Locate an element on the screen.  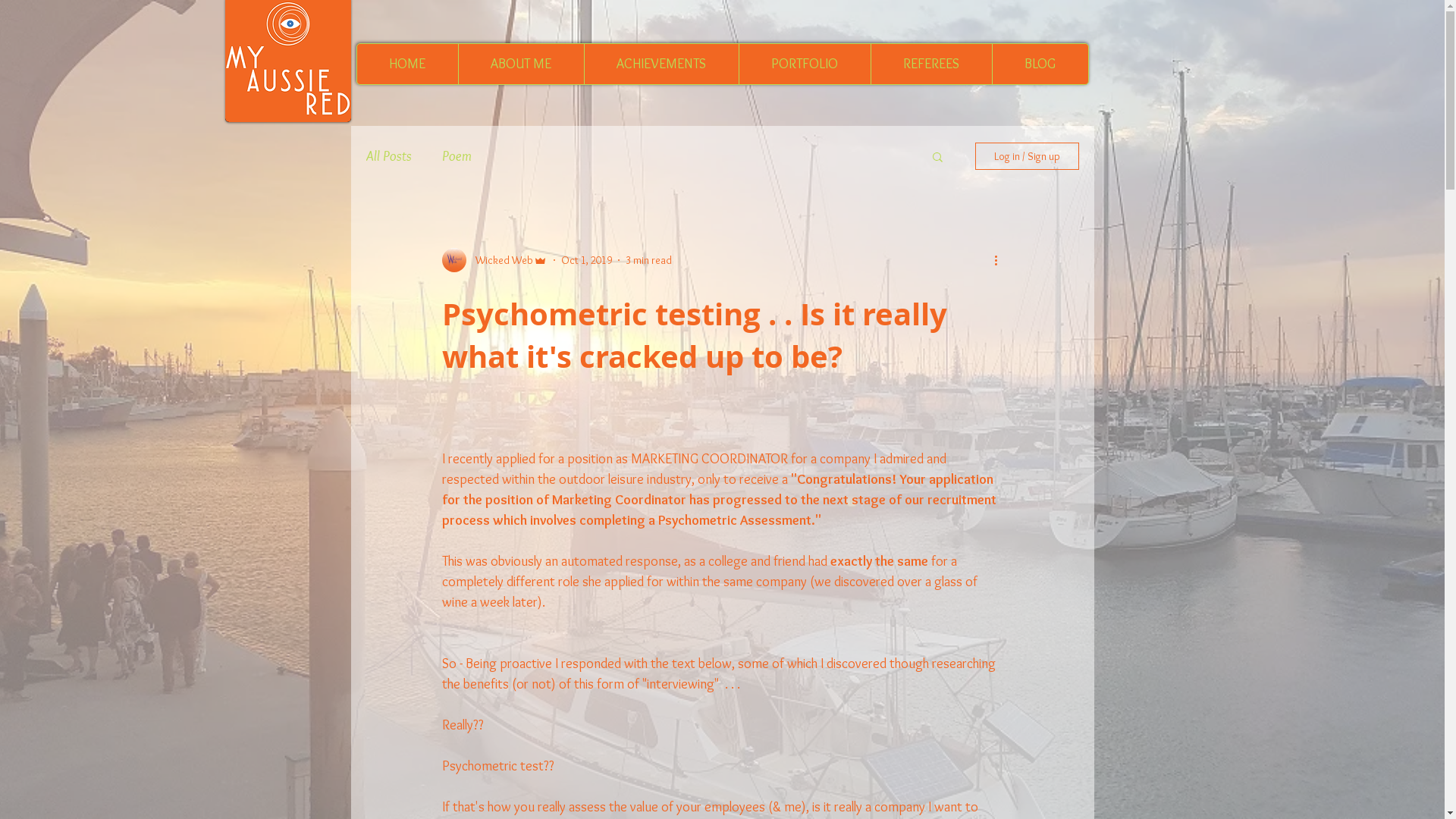
'ACHIEVEMENTS' is located at coordinates (661, 63).